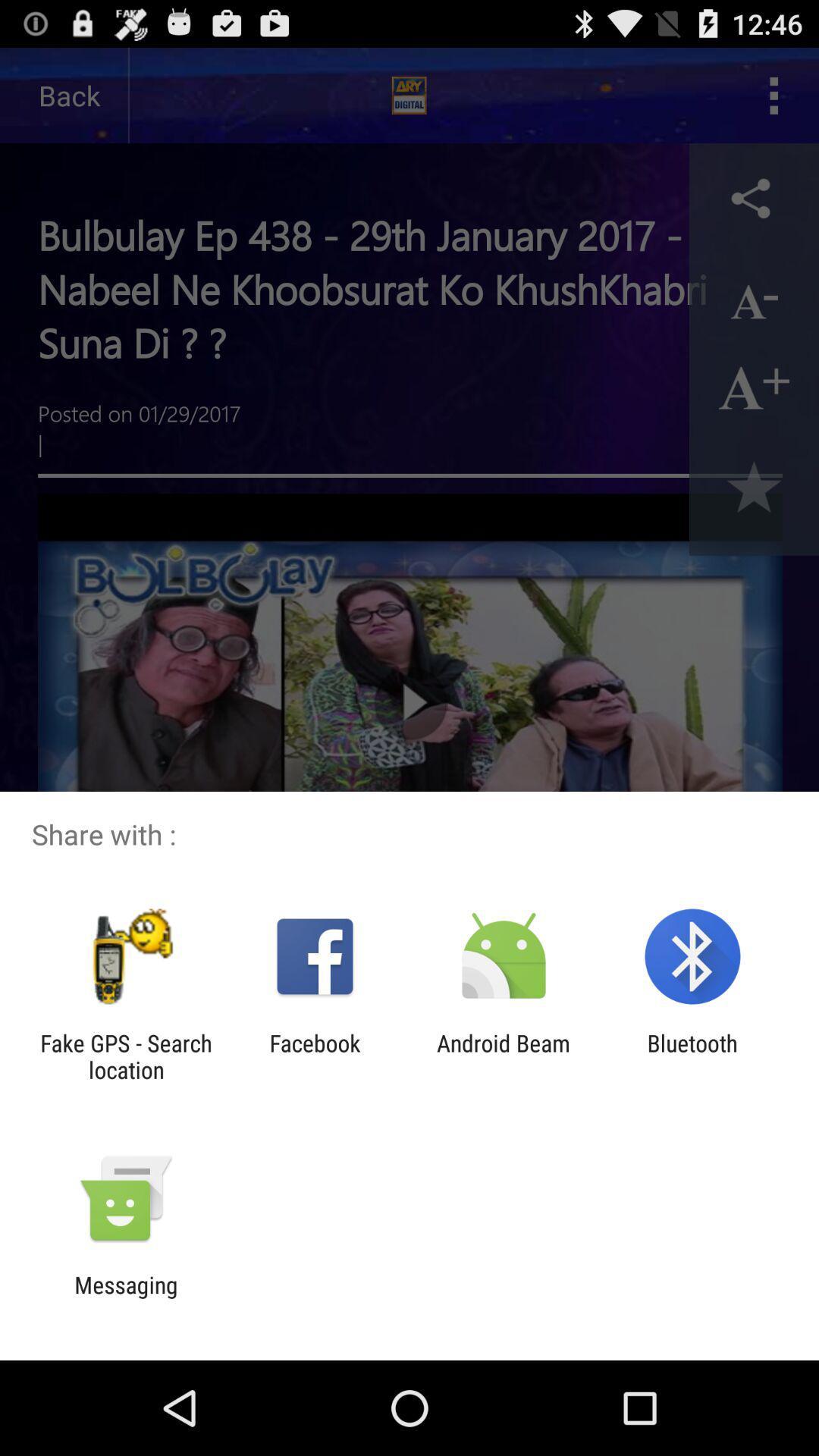  I want to click on the fake gps search icon, so click(125, 1056).